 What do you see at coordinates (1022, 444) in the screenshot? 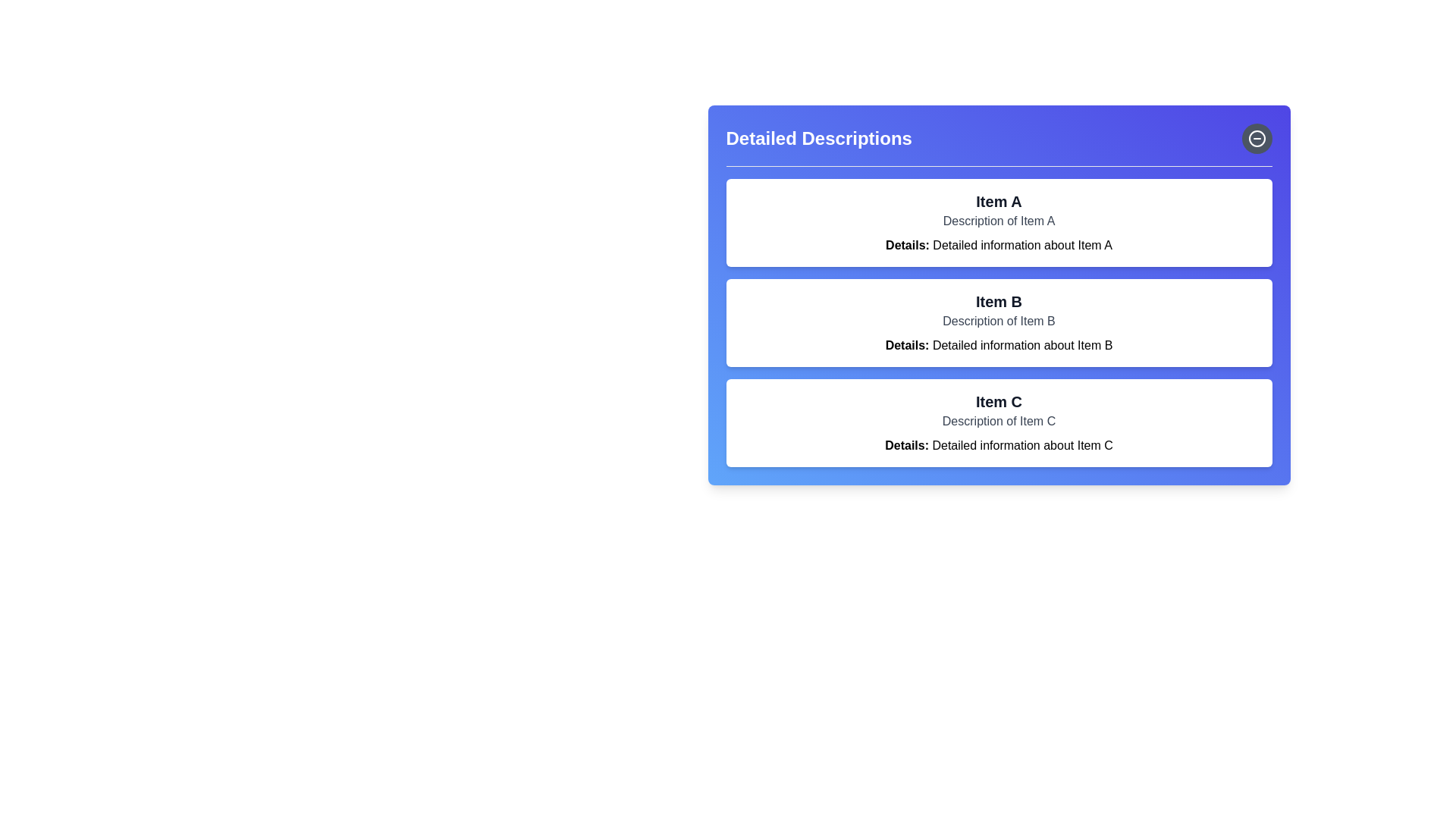
I see `text label displaying 'Detailed information about Item C' located in the 'Details:' field of the 'Item C' section` at bounding box center [1022, 444].